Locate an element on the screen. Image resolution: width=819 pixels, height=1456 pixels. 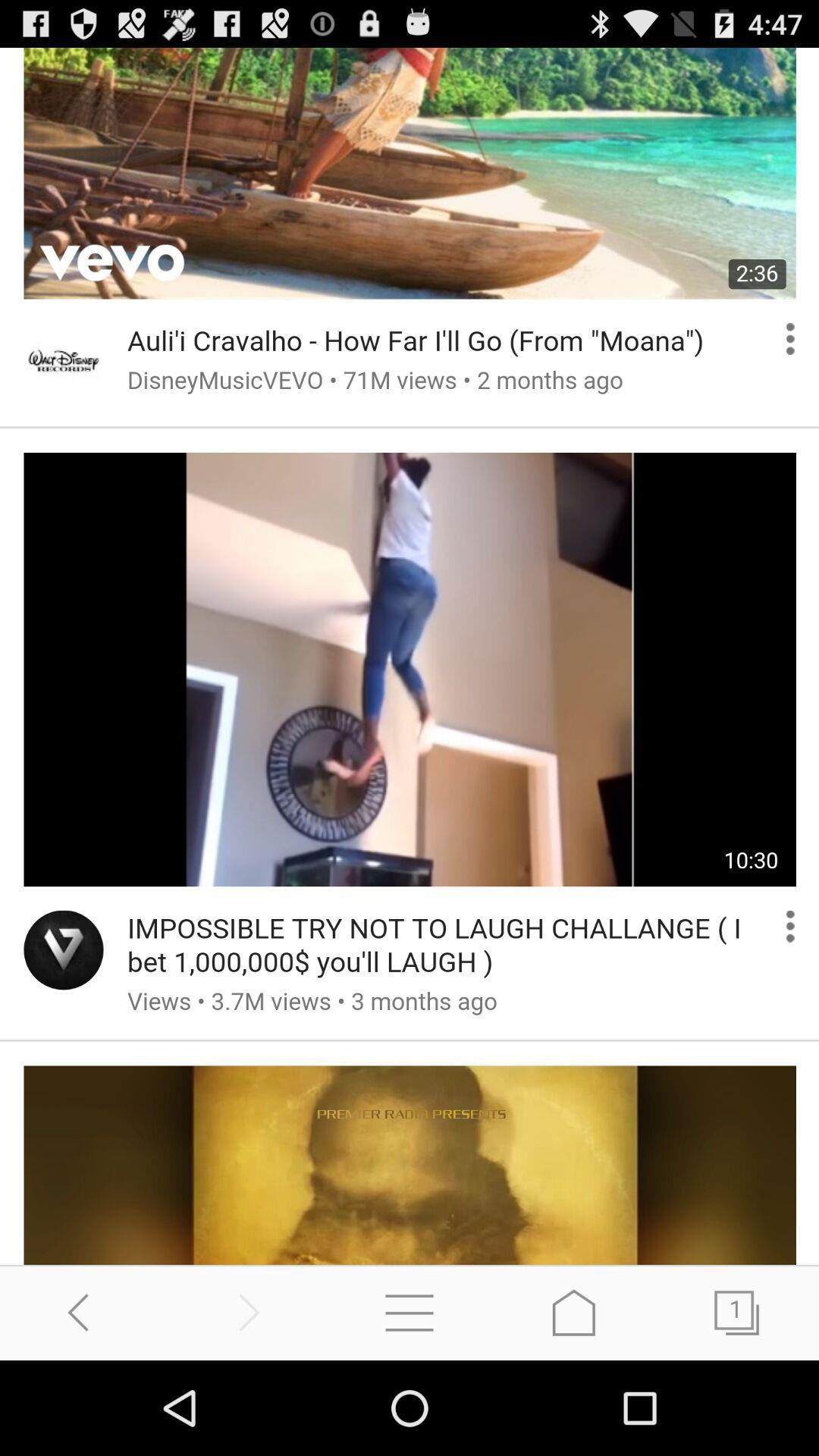
access pages is located at coordinates (736, 1312).